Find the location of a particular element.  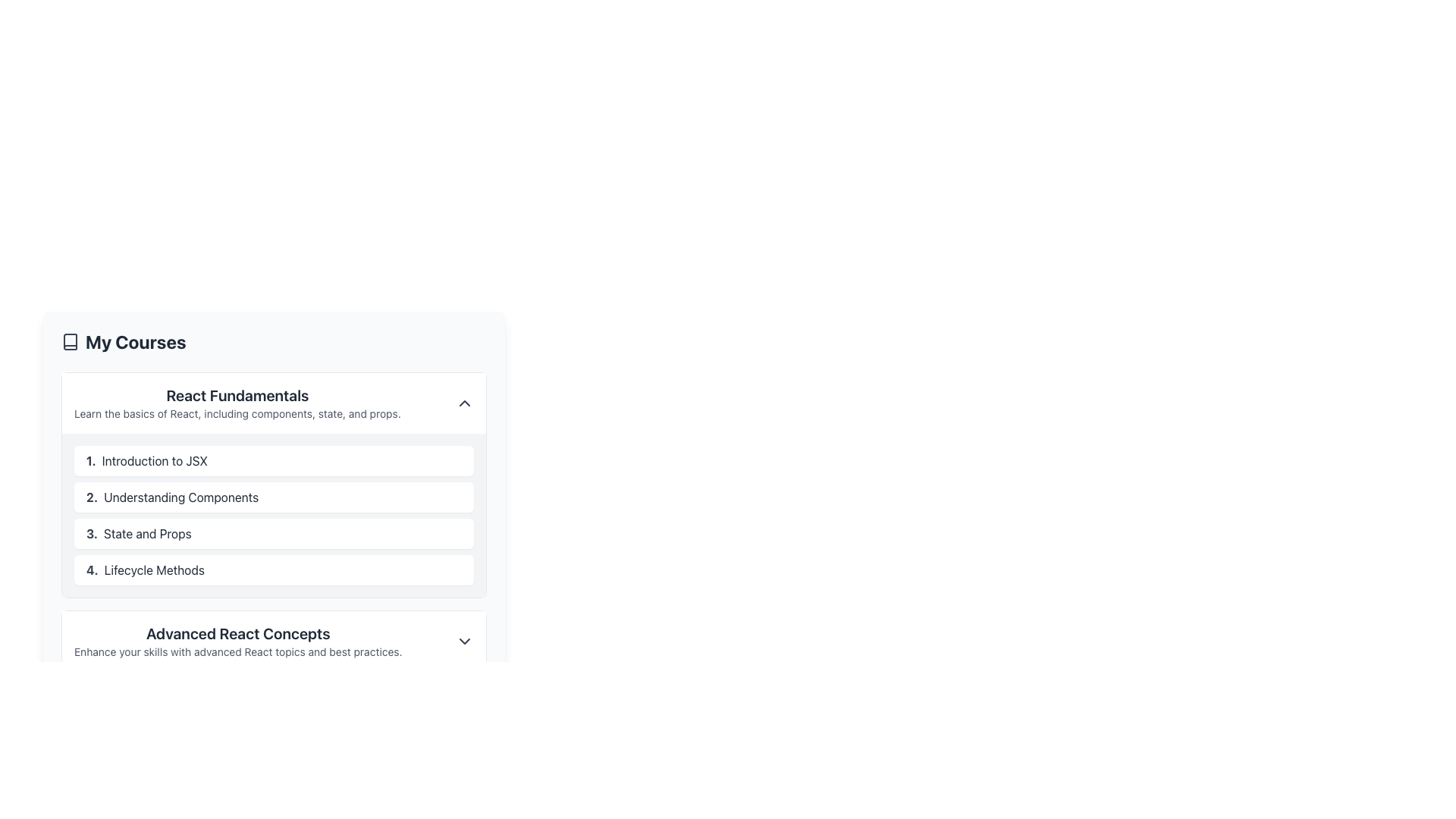

the Chevron Icon located in the bottom-right corner of the 'Advanced React Concepts' section is located at coordinates (464, 641).